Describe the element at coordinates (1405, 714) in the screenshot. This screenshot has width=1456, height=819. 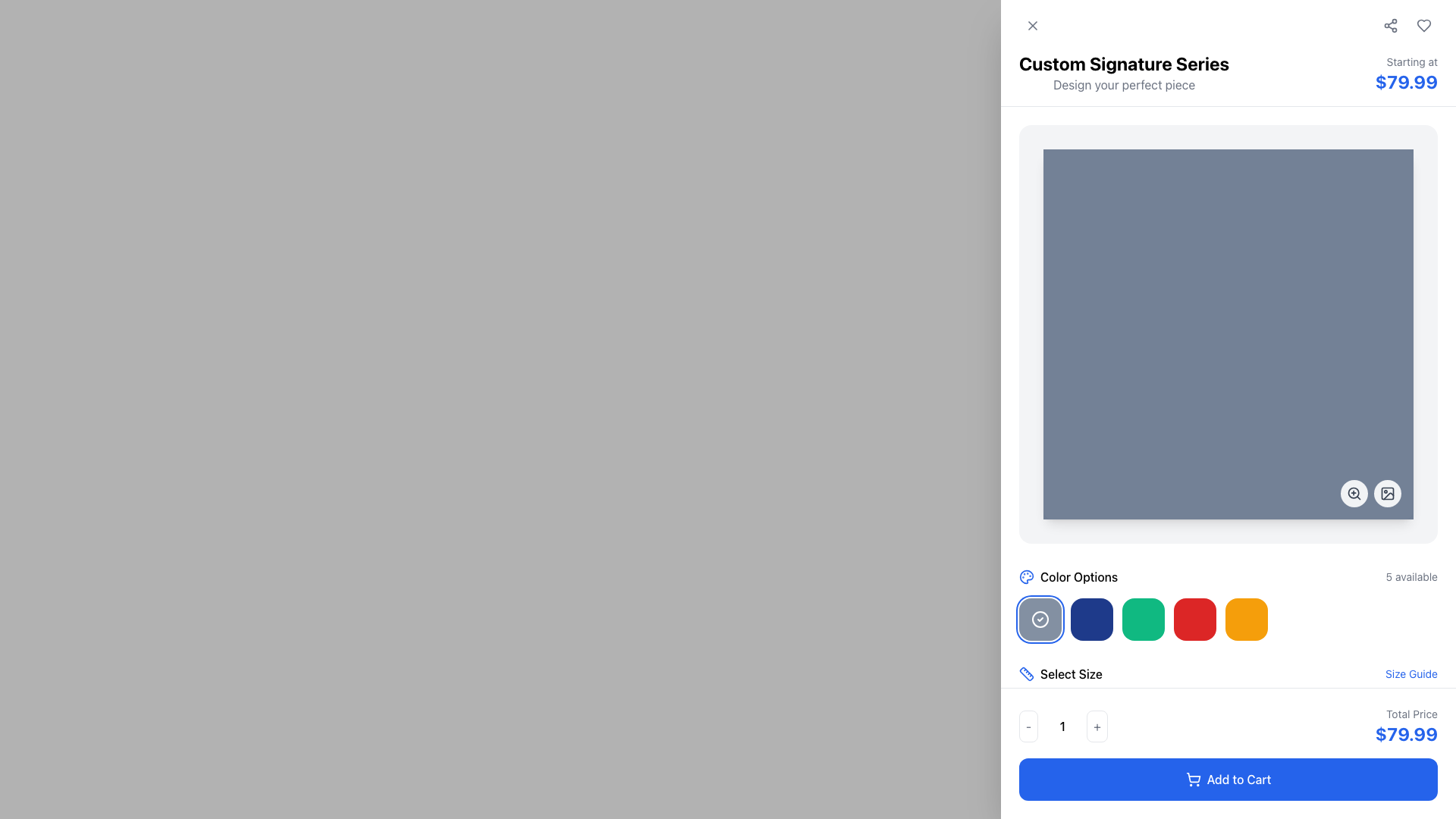
I see `the 'Total Price' text label, which is styled with a small font size and gray color, positioned above the price value '$79.99' in the bottom-right area of a card-like section` at that location.